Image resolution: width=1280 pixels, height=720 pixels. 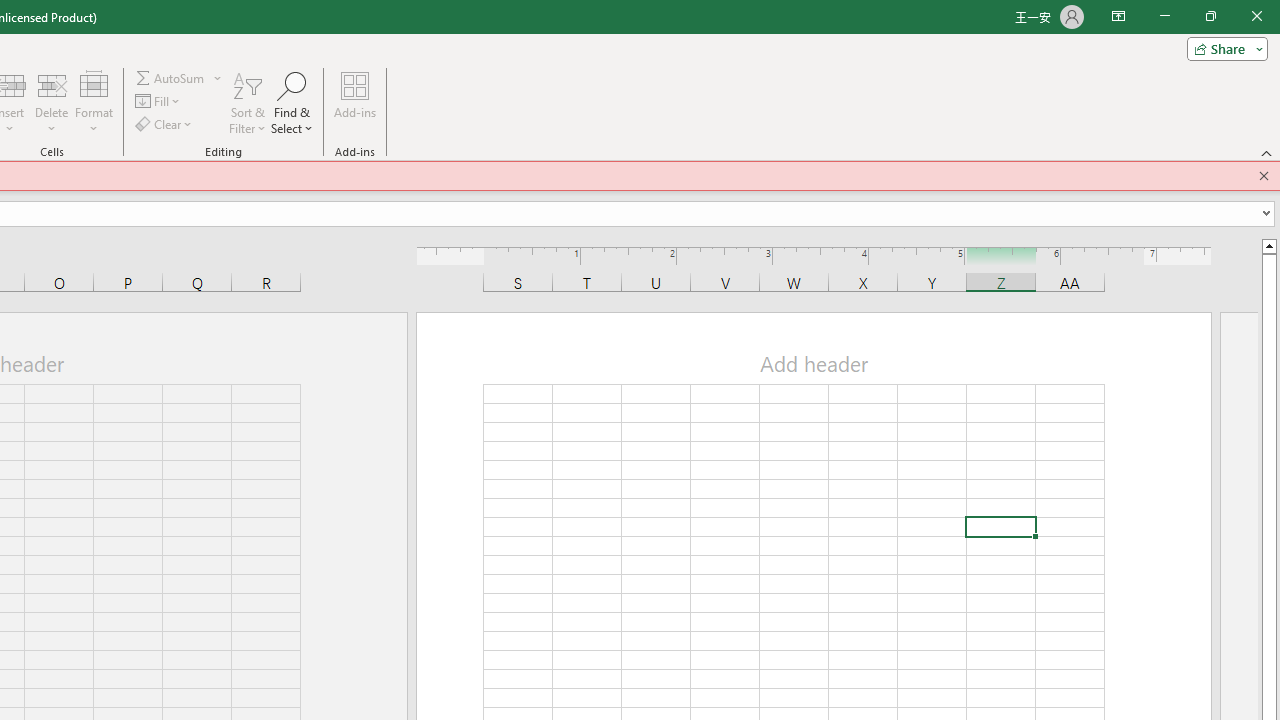 What do you see at coordinates (179, 77) in the screenshot?
I see `'AutoSum'` at bounding box center [179, 77].